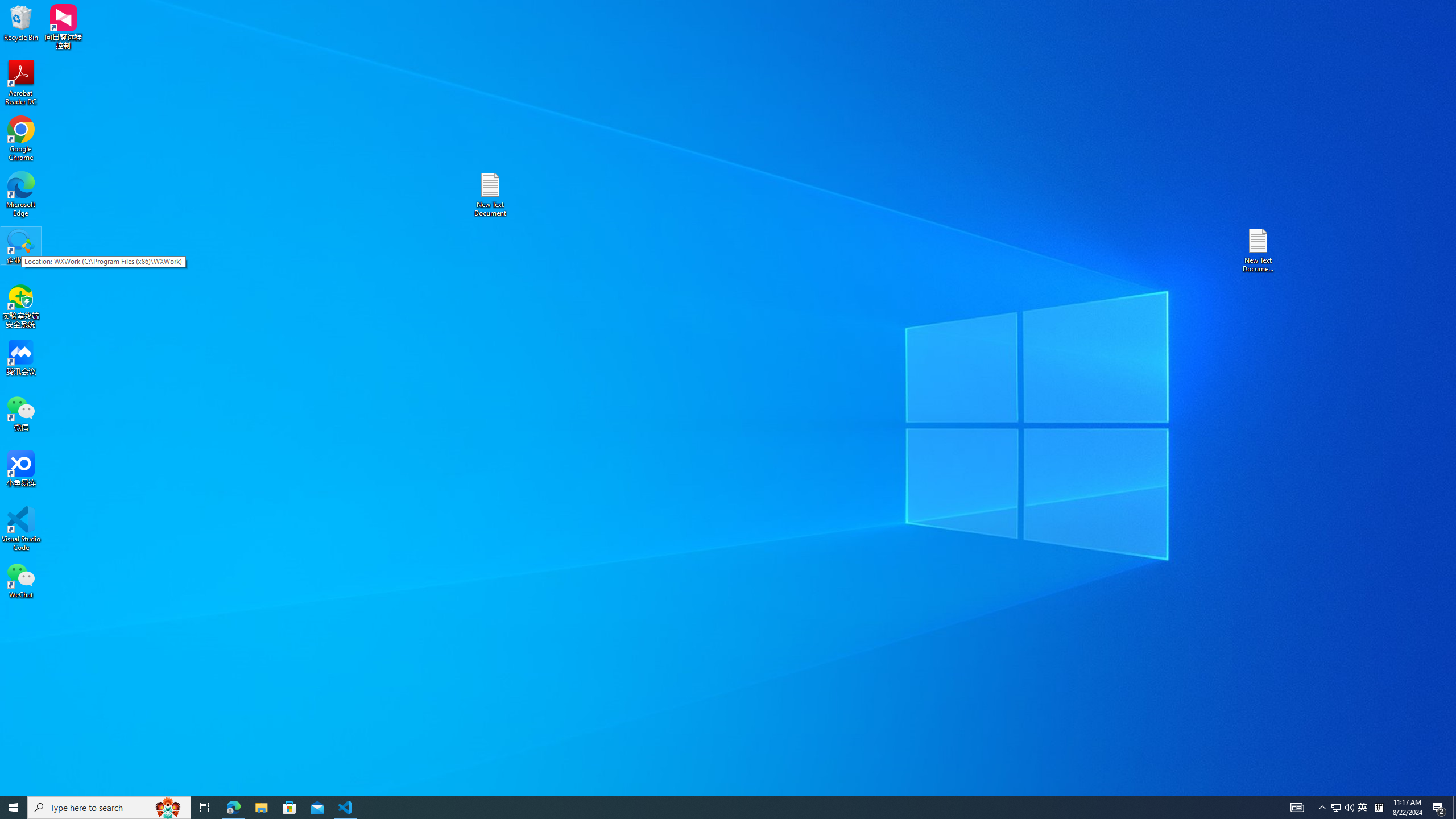 The image size is (1456, 819). I want to click on 'Type here to search', so click(109, 806).